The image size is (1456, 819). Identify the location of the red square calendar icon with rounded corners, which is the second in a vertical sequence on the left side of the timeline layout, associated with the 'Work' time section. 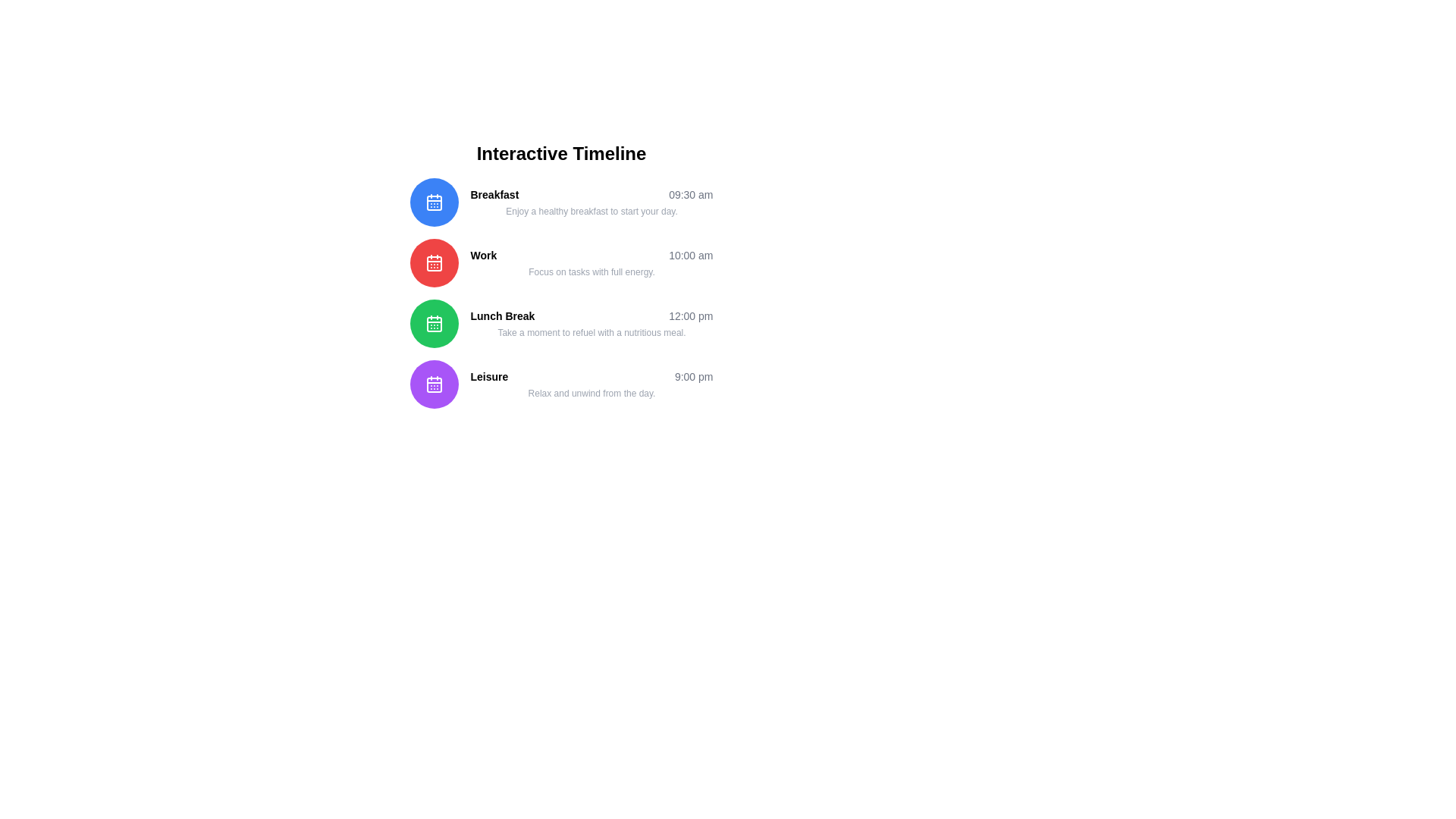
(433, 262).